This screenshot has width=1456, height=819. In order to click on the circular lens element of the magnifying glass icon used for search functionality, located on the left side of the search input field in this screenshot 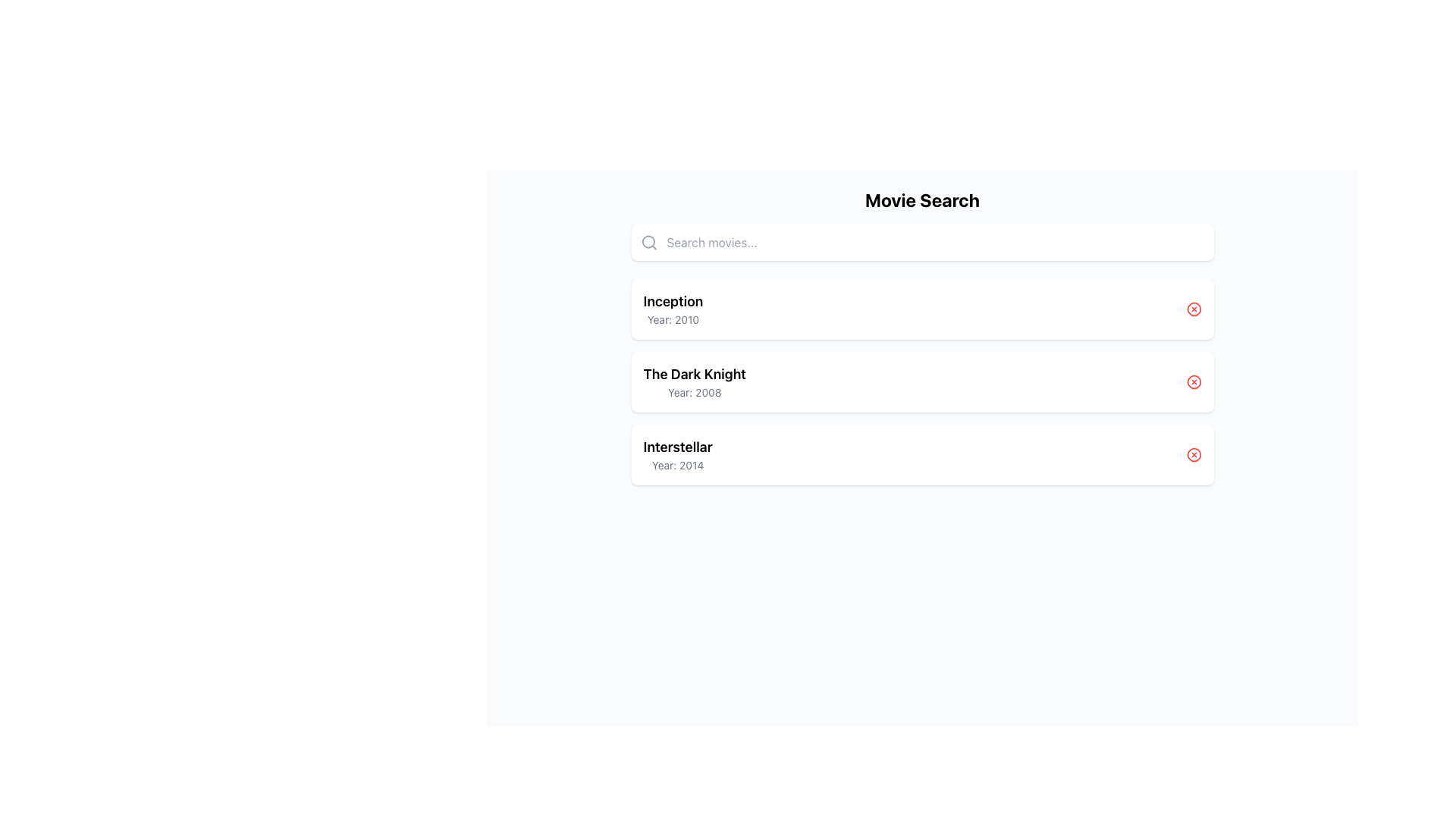, I will do `click(648, 241)`.